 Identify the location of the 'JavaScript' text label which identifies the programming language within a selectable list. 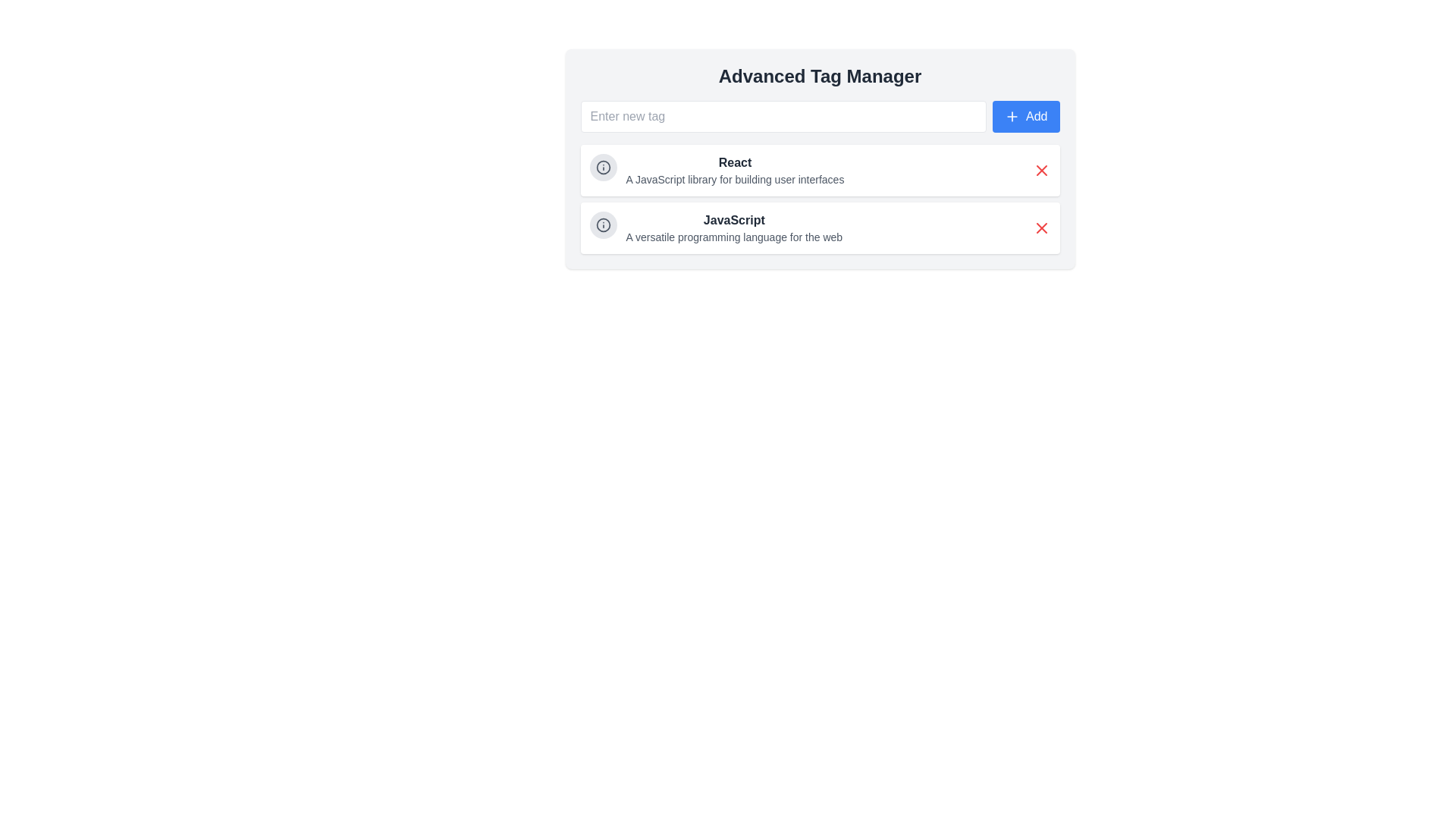
(734, 220).